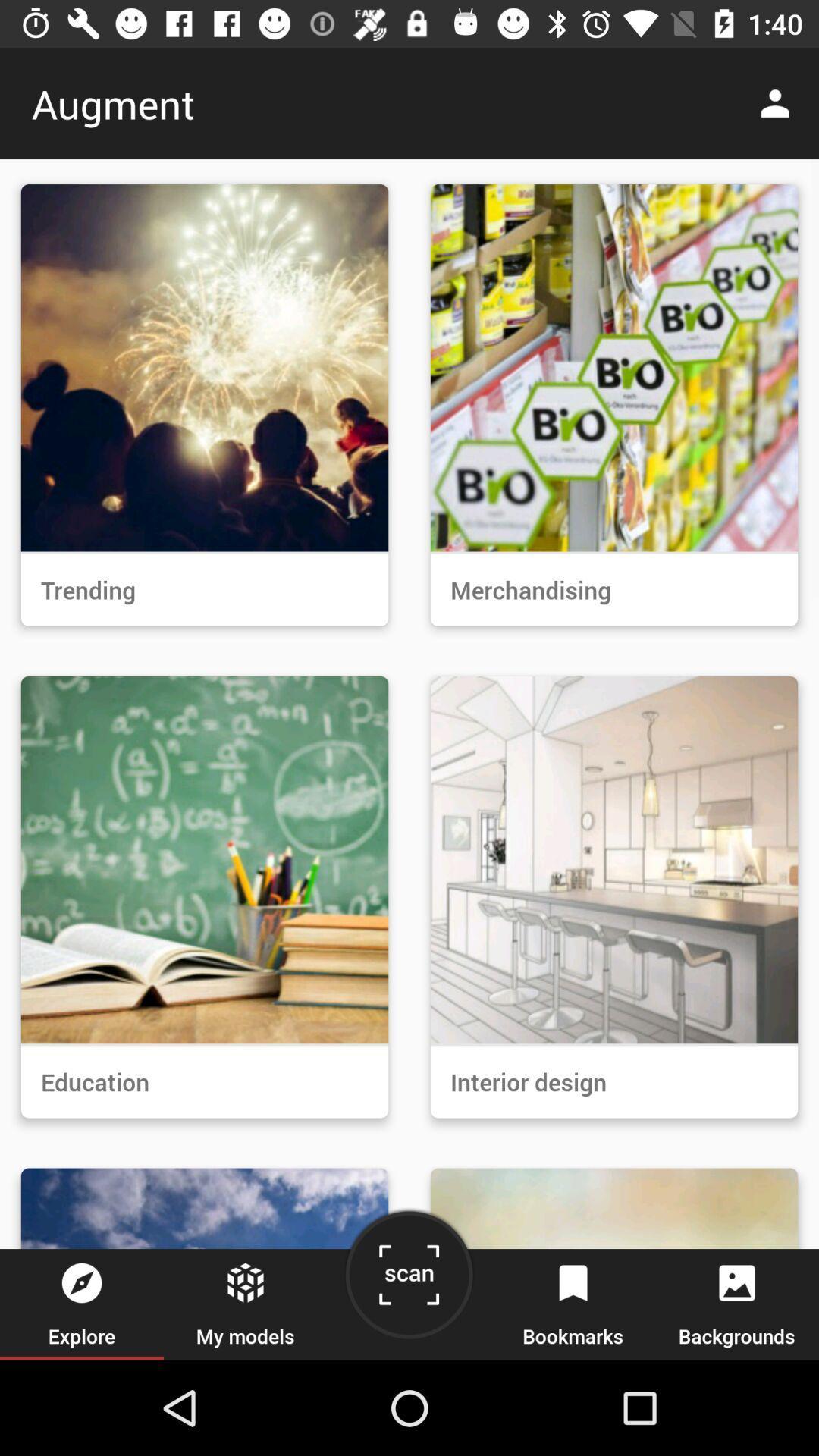 The image size is (819, 1456). I want to click on icon below education, so click(408, 1280).